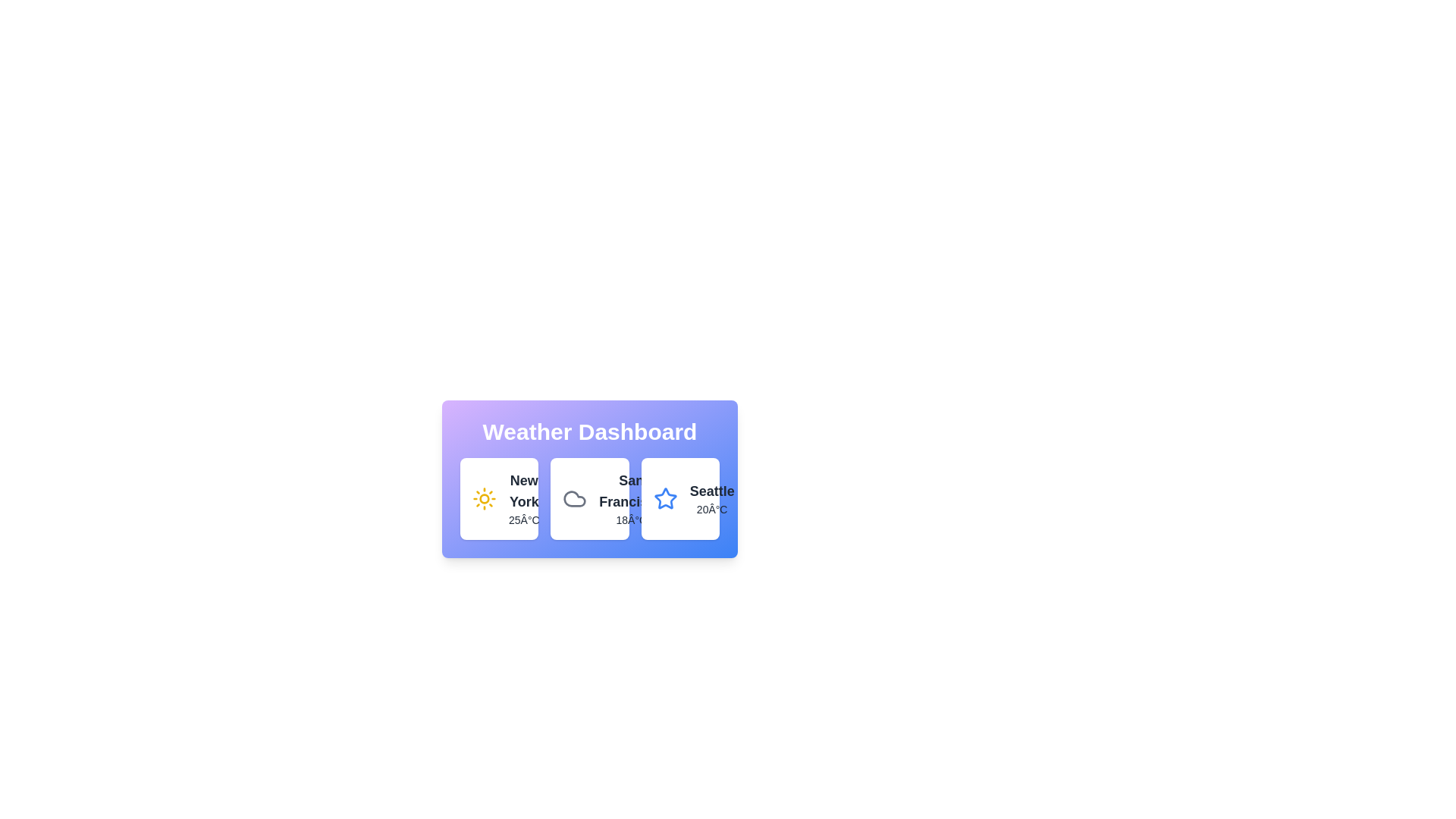 Image resolution: width=1456 pixels, height=819 pixels. I want to click on the blue star icon located, so click(665, 499).